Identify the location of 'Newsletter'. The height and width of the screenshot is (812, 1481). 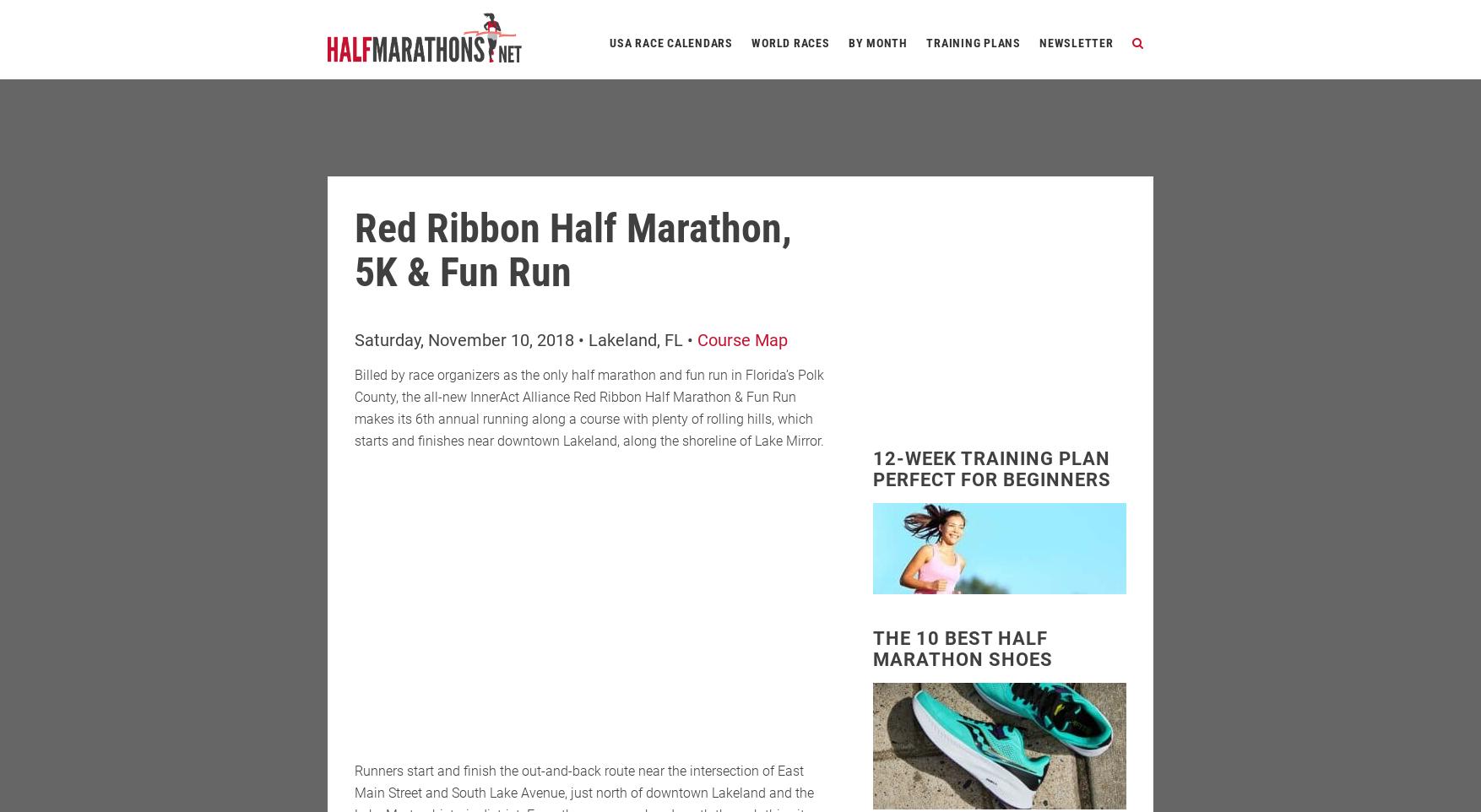
(1076, 42).